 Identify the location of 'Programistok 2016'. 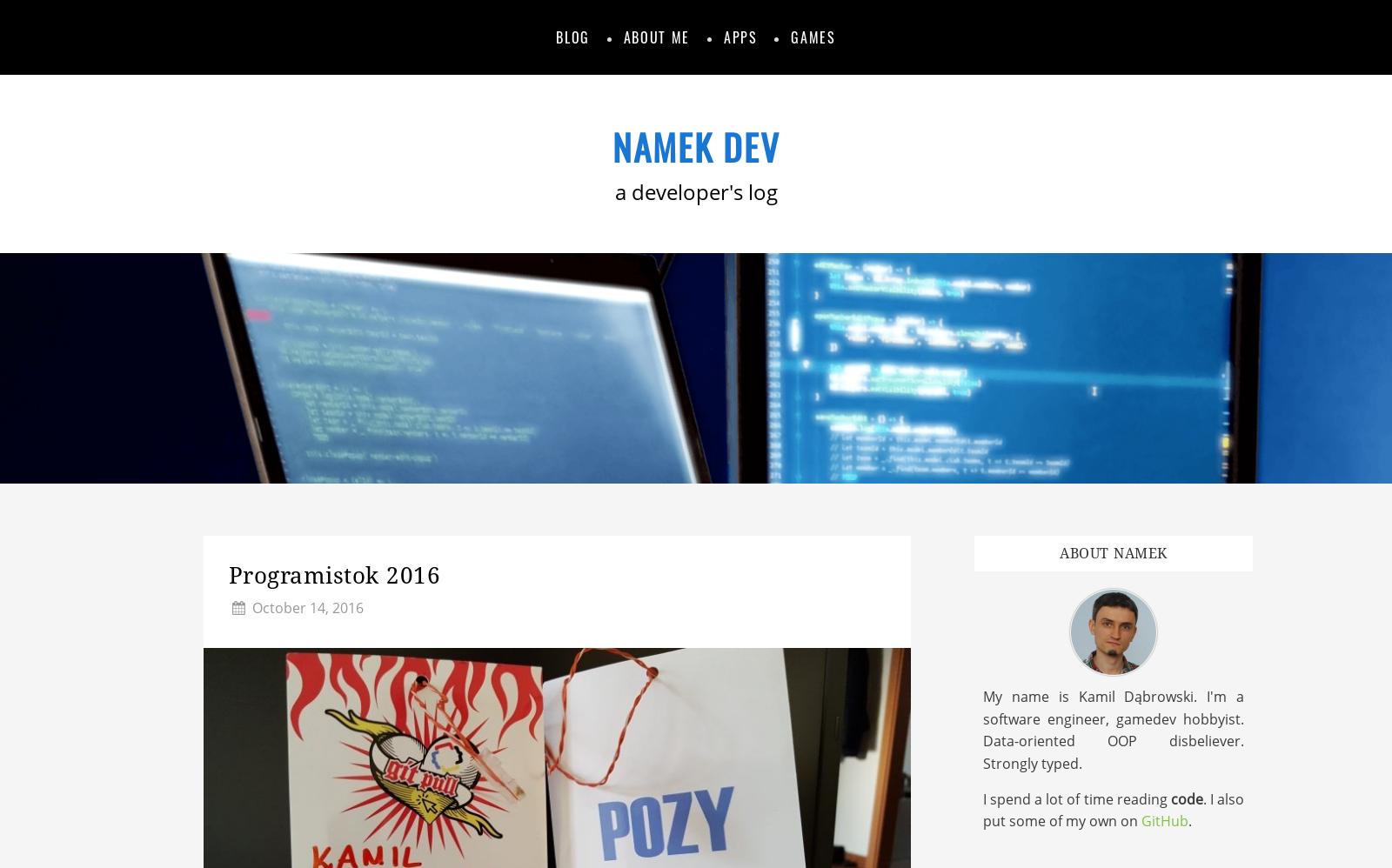
(228, 574).